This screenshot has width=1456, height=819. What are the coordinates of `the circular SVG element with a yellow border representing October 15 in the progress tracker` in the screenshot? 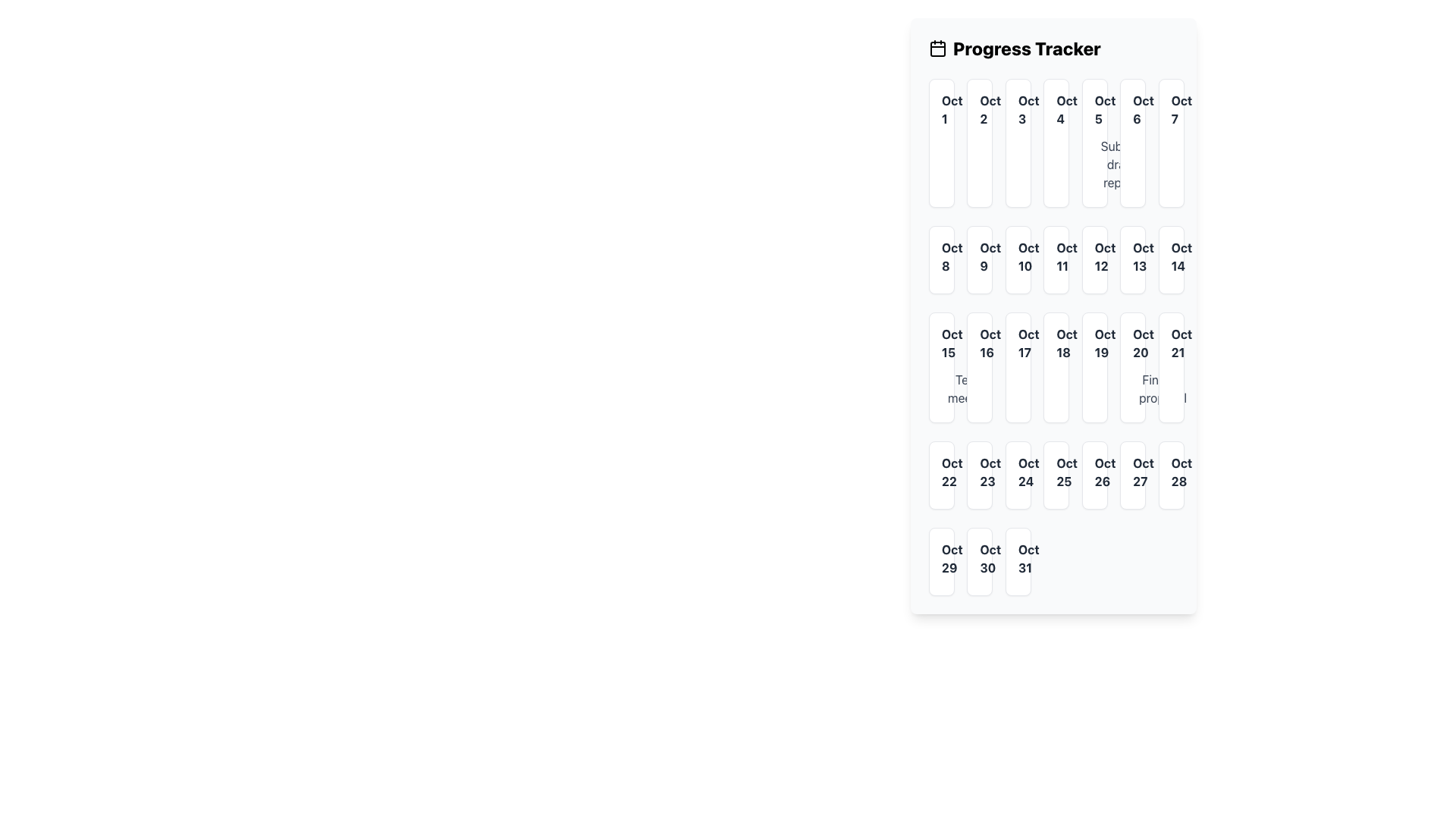 It's located at (949, 388).